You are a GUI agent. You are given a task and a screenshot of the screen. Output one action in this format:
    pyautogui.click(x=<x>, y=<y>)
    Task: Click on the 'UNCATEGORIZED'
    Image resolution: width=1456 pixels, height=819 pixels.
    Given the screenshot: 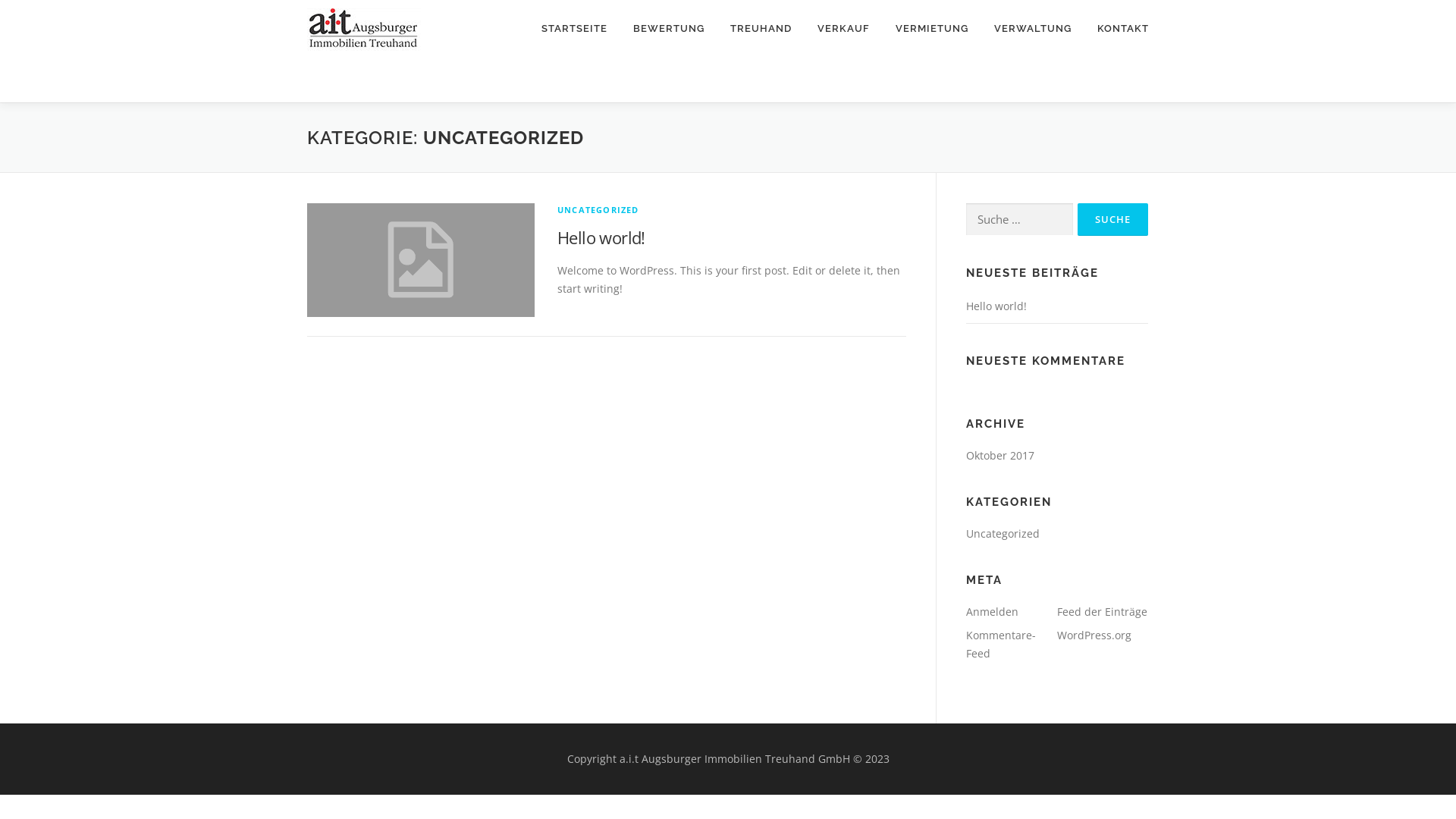 What is the action you would take?
    pyautogui.click(x=597, y=209)
    